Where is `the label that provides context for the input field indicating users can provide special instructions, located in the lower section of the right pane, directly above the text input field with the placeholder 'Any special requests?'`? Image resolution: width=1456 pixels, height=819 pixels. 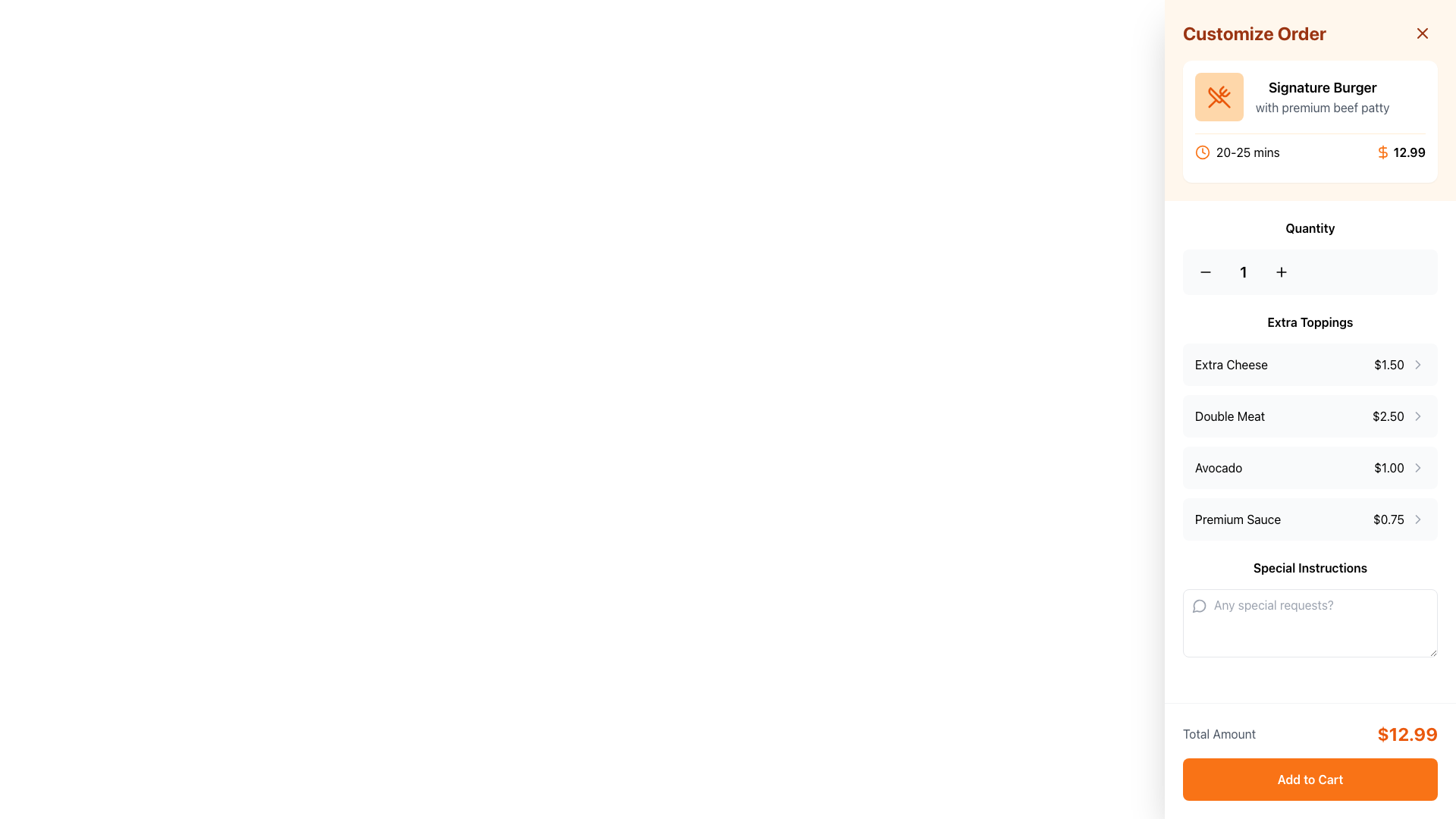 the label that provides context for the input field indicating users can provide special instructions, located in the lower section of the right pane, directly above the text input field with the placeholder 'Any special requests?' is located at coordinates (1310, 567).